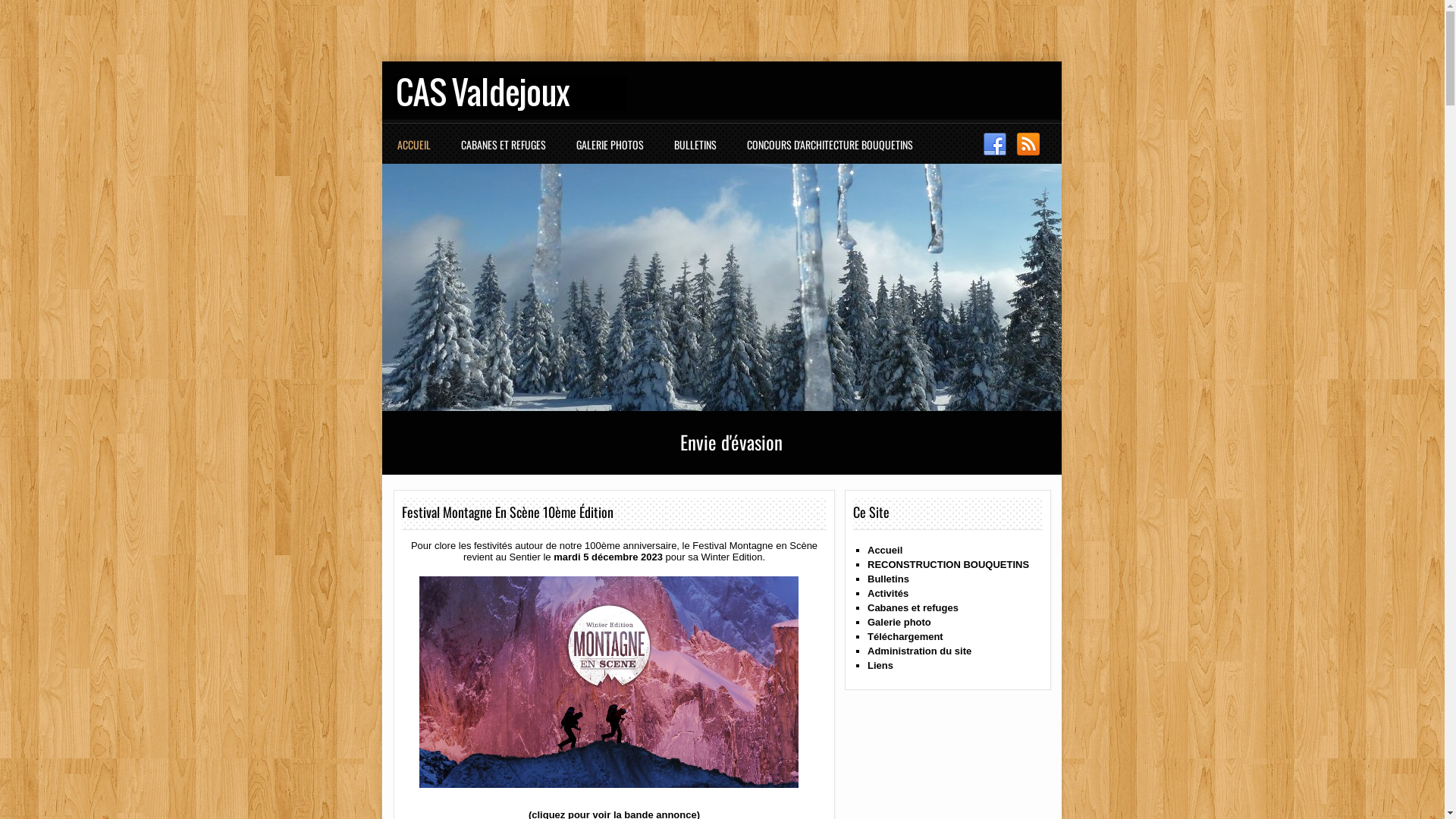  I want to click on 'Administration du site', so click(867, 650).